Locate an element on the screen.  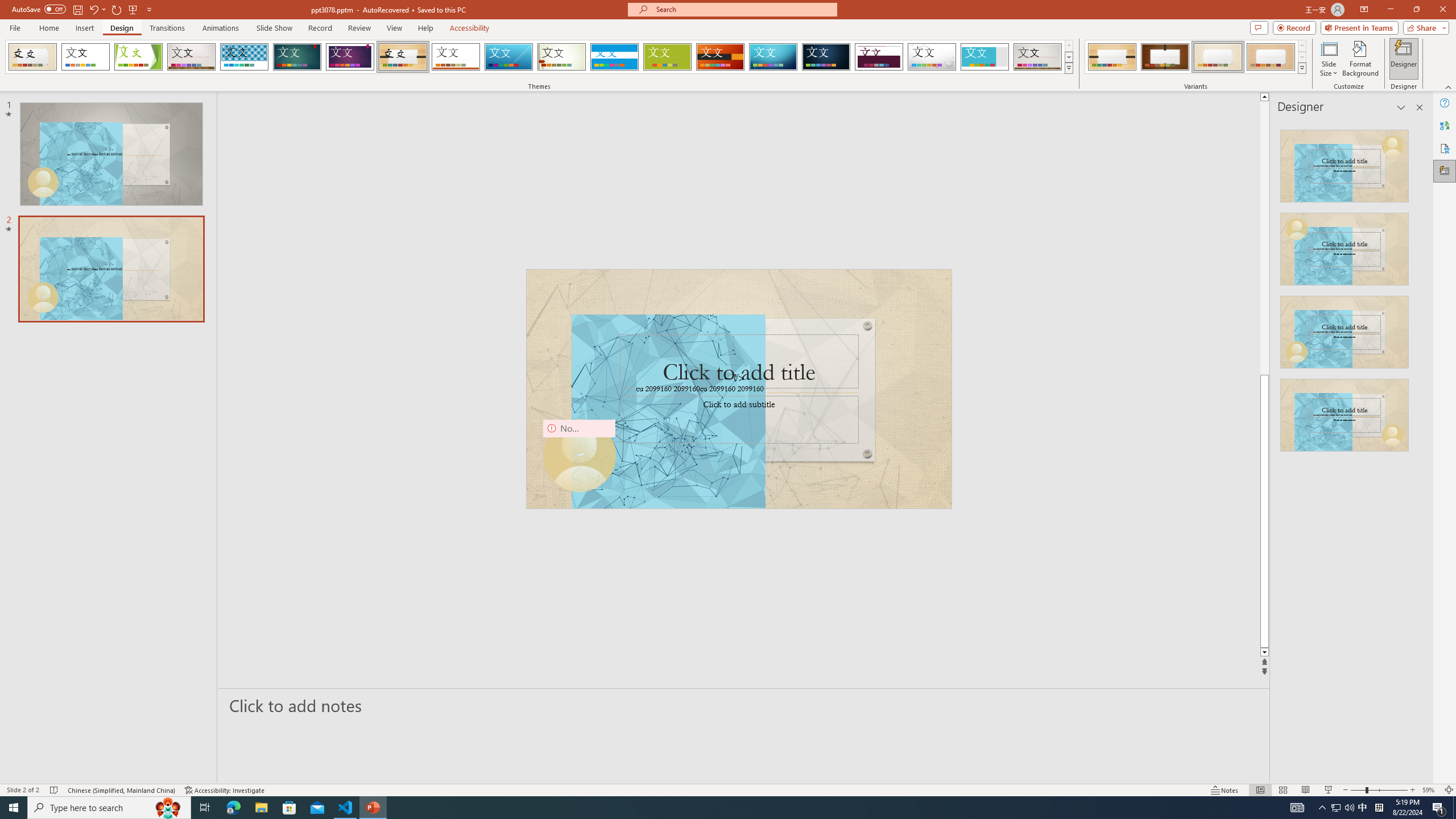
'Circuit' is located at coordinates (772, 56).